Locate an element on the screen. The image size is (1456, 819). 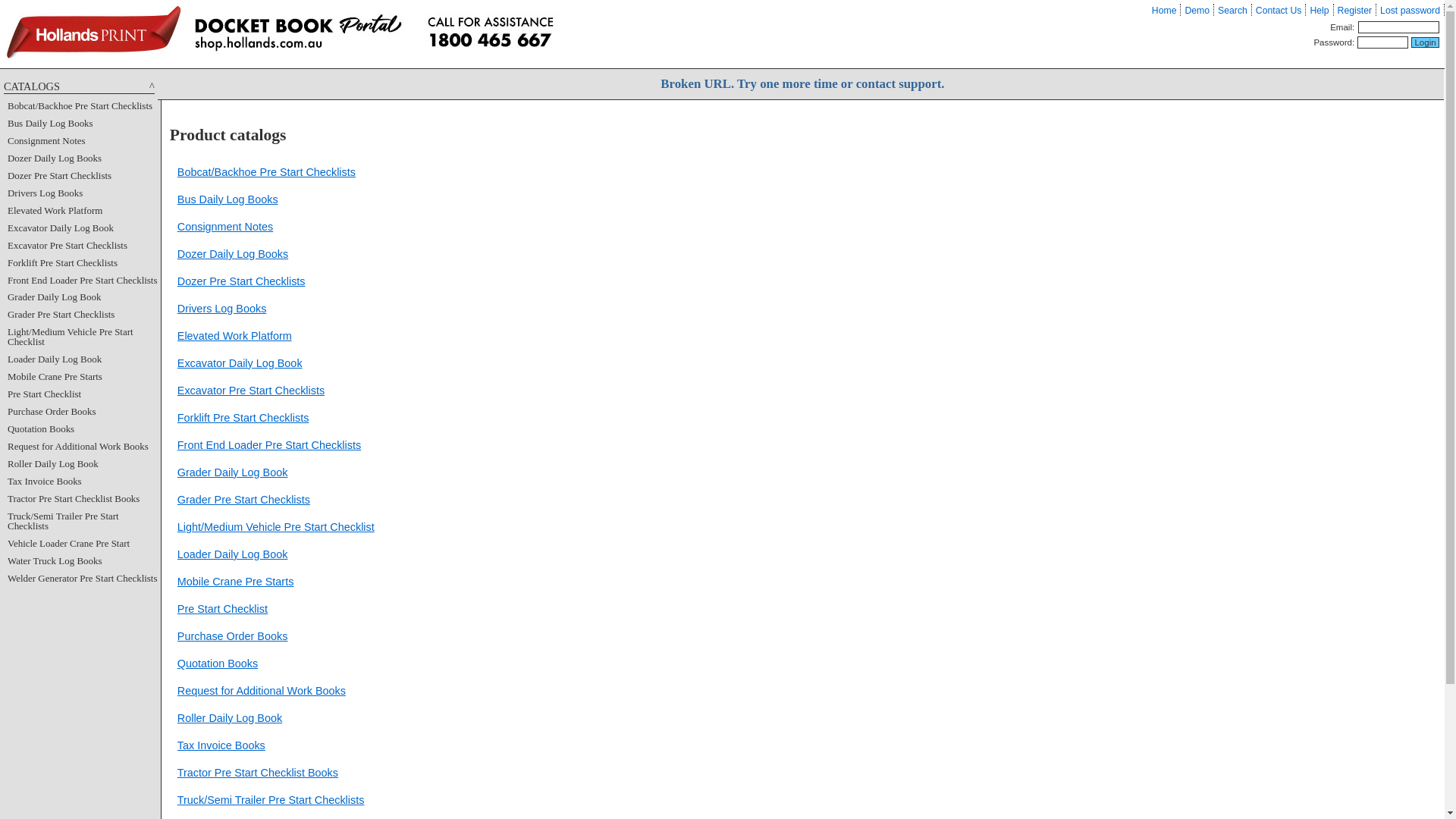
'Contact Us' is located at coordinates (1278, 11).